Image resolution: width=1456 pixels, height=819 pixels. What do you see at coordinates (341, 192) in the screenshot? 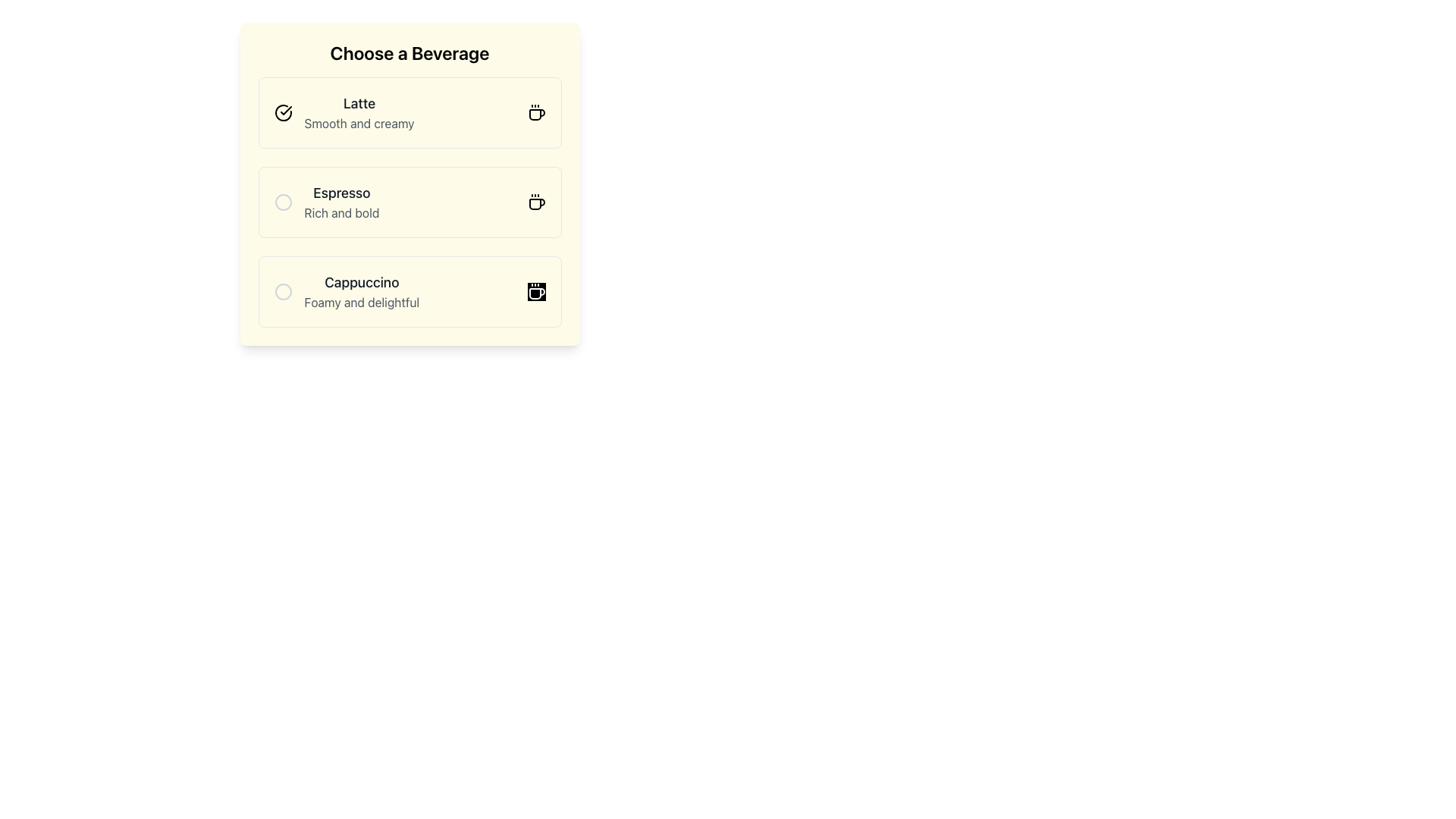
I see `the 'Espresso' label, which is the main title of the second beverage option, styled in a bold font and positioned above the 'Cappuccino' option` at bounding box center [341, 192].